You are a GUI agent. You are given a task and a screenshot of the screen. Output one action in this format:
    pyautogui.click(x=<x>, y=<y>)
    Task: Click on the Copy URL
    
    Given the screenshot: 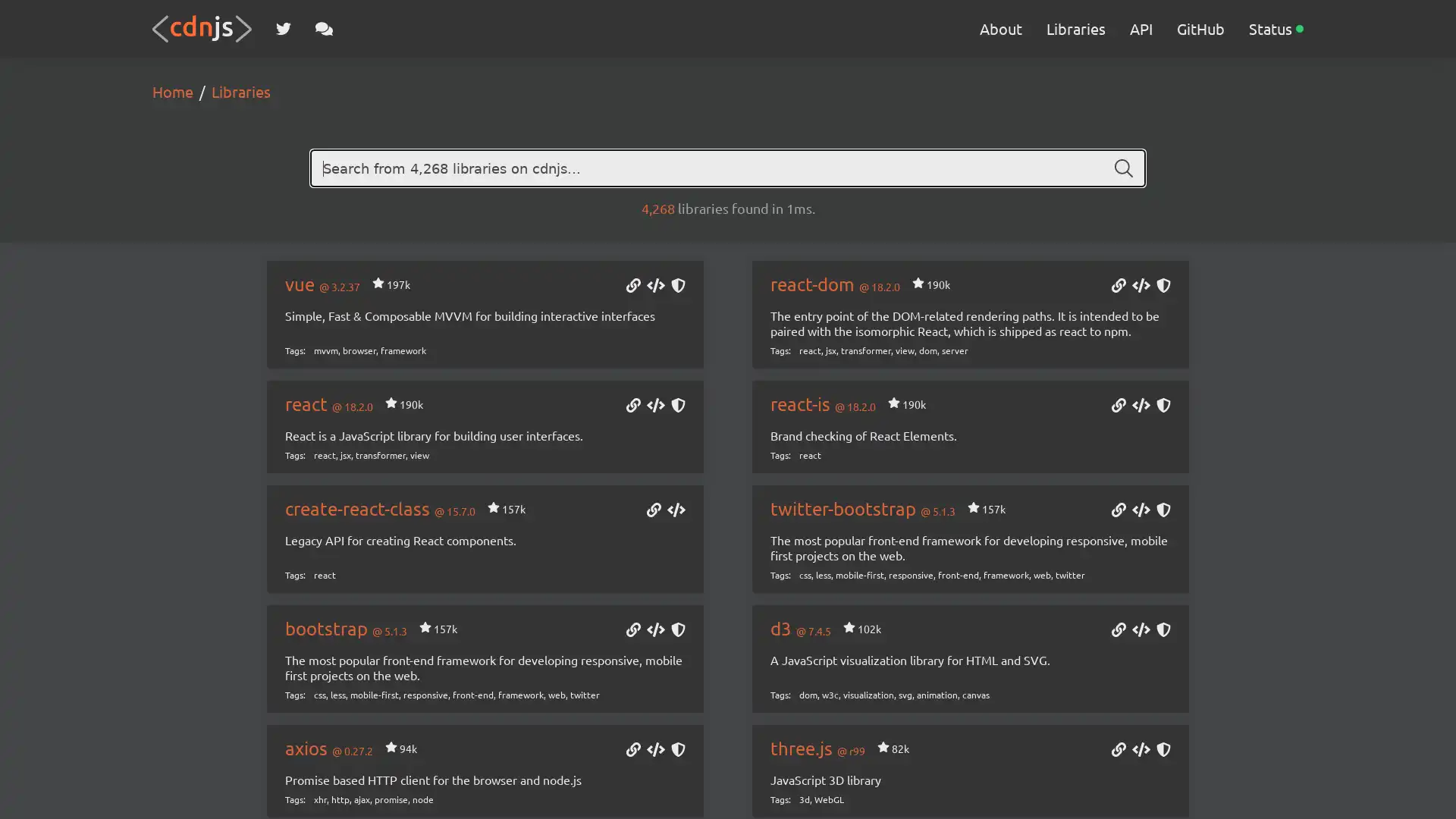 What is the action you would take?
    pyautogui.click(x=1118, y=751)
    